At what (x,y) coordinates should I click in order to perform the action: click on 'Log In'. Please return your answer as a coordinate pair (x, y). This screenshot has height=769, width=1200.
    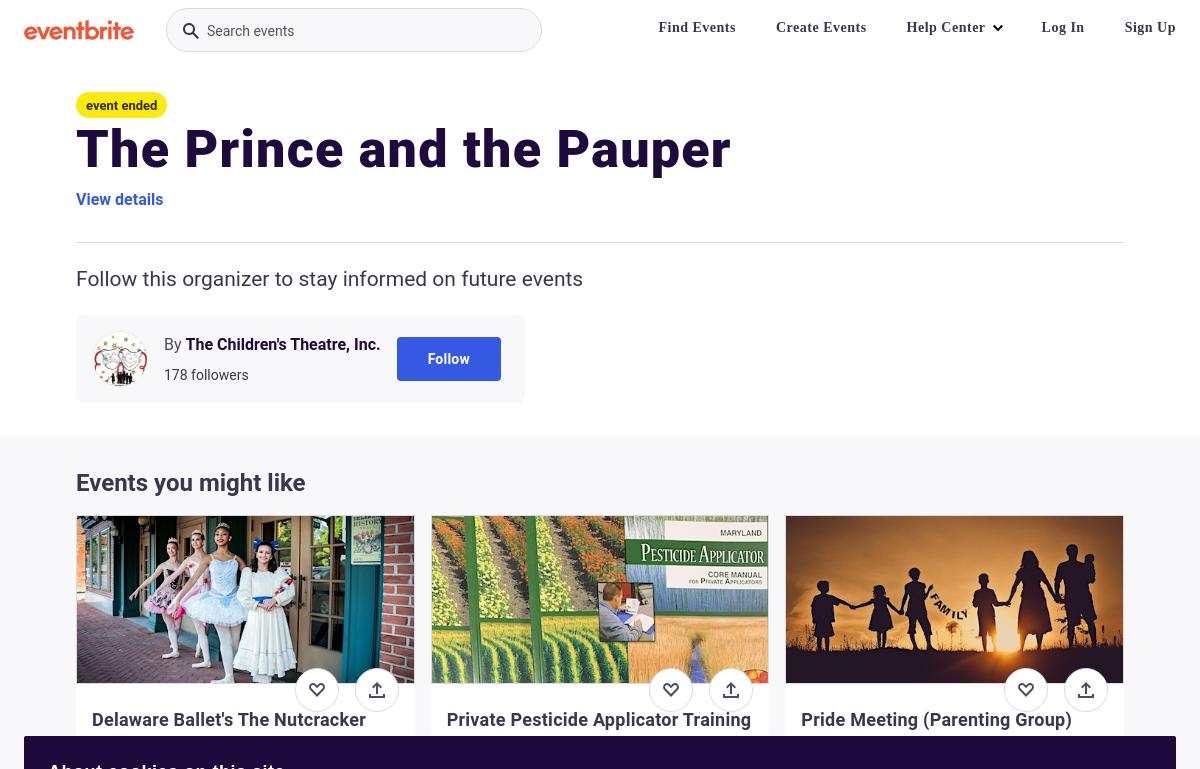
    Looking at the image, I should click on (1061, 26).